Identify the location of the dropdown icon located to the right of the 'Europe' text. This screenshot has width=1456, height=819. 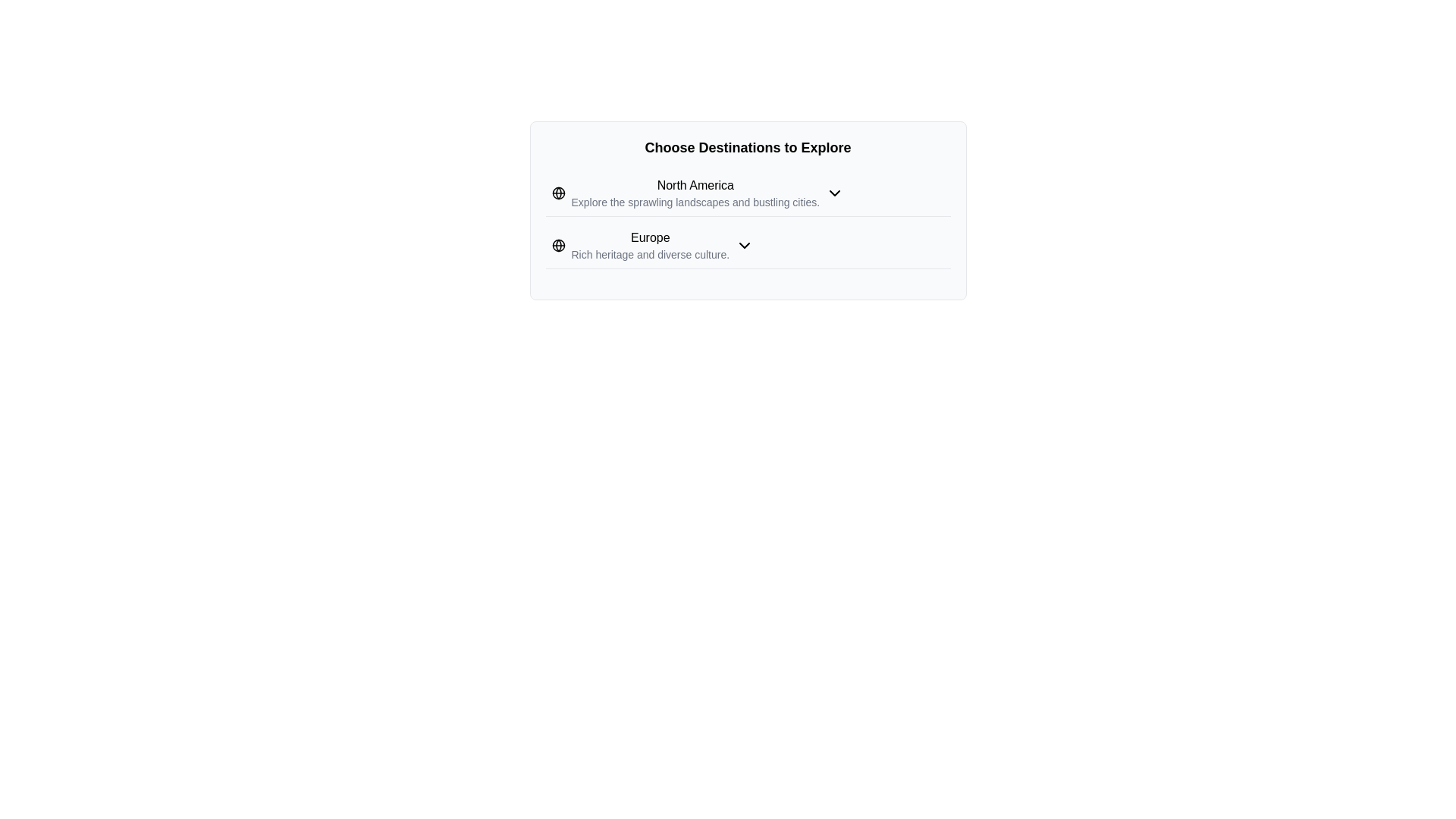
(745, 245).